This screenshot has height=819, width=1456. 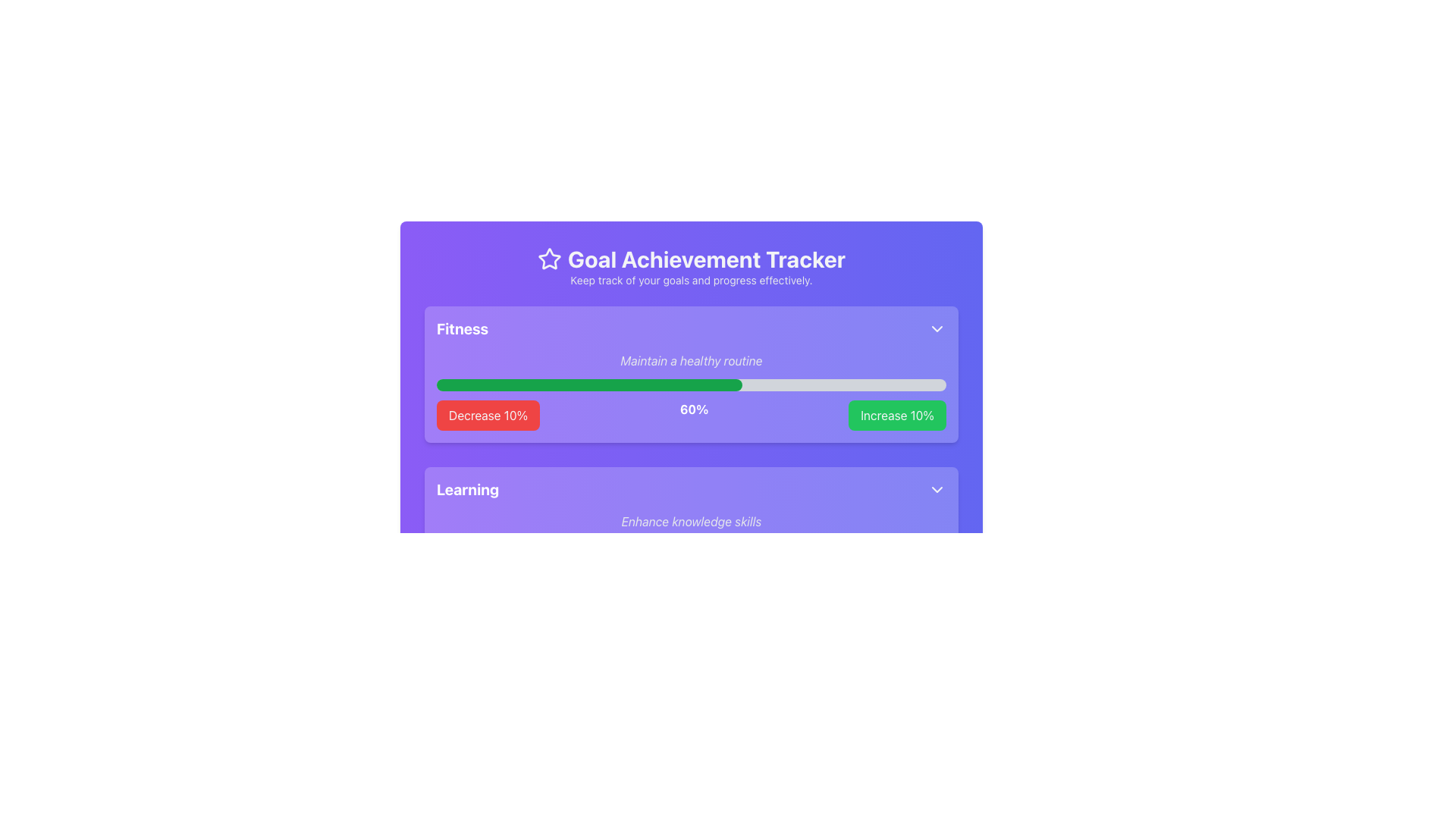 What do you see at coordinates (693, 415) in the screenshot?
I see `the static Text Label indicating the current progress percentage, which is centrally positioned between the 'Decrease 10%' and 'Increase 10%' buttons in the fitness section's progress tracker` at bounding box center [693, 415].